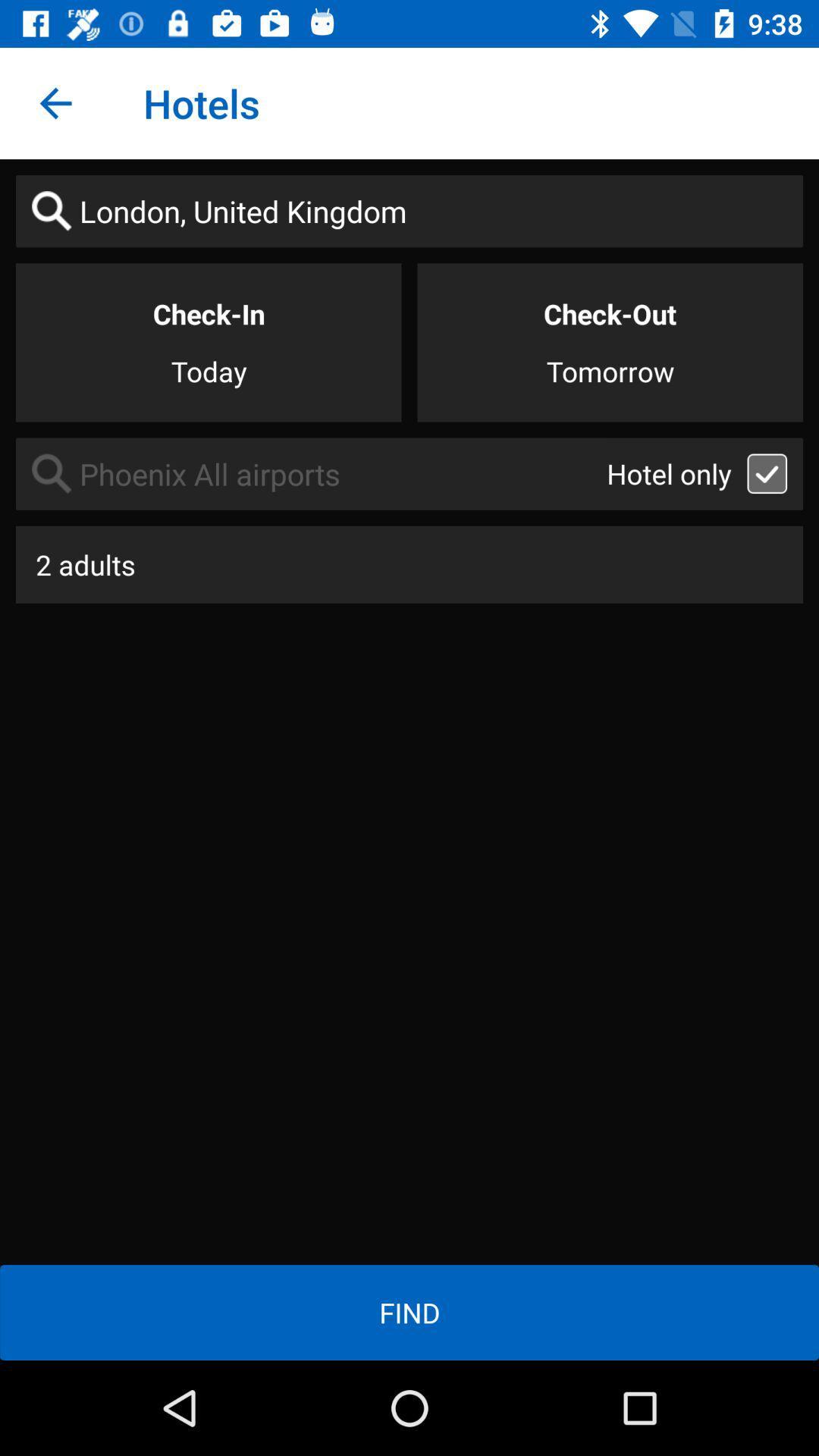 Image resolution: width=819 pixels, height=1456 pixels. What do you see at coordinates (767, 472) in the screenshot?
I see `enable option` at bounding box center [767, 472].